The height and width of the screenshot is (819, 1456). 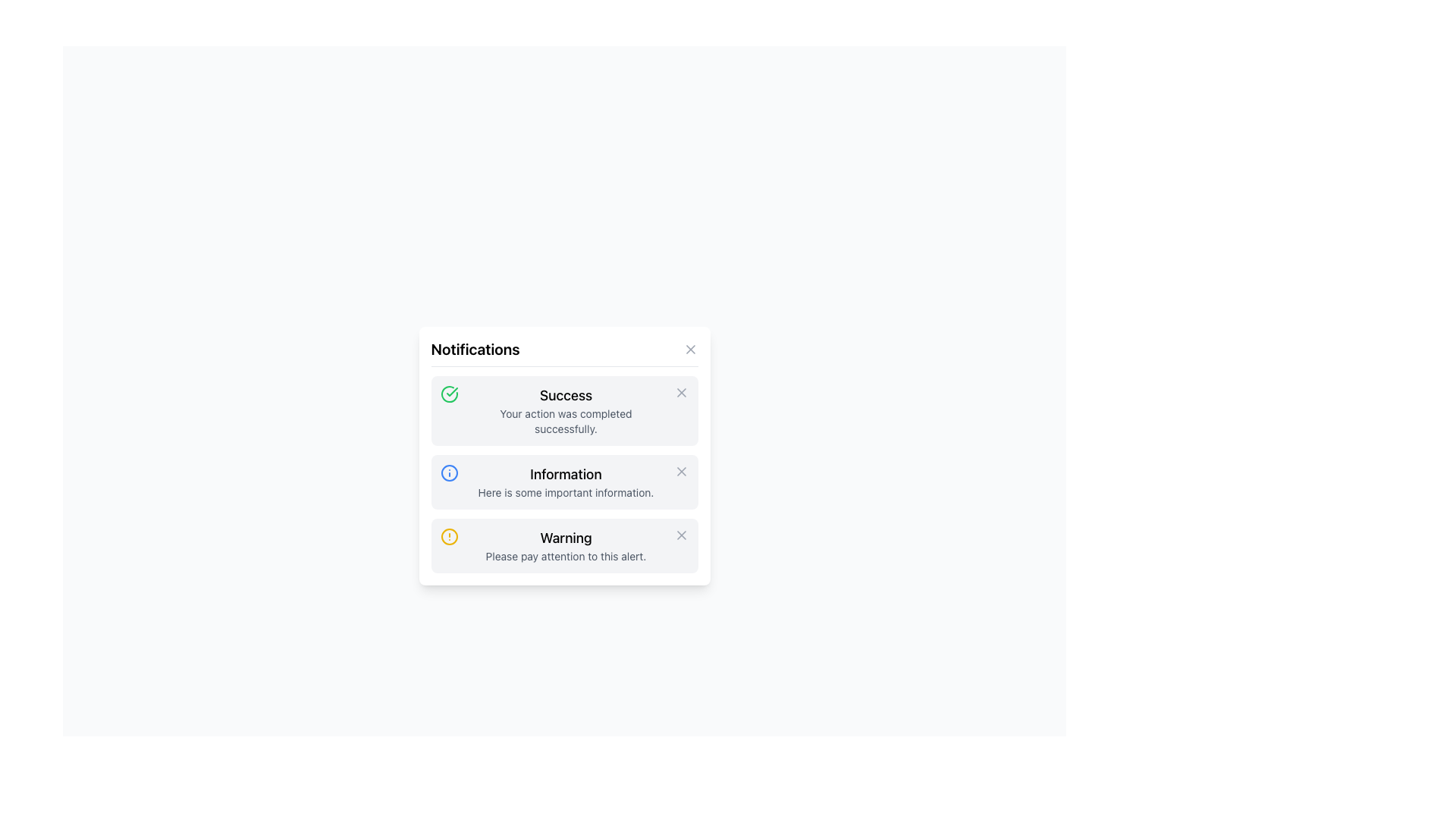 I want to click on the gray cross icon located in the top right corner of the Notifications panel, so click(x=689, y=349).